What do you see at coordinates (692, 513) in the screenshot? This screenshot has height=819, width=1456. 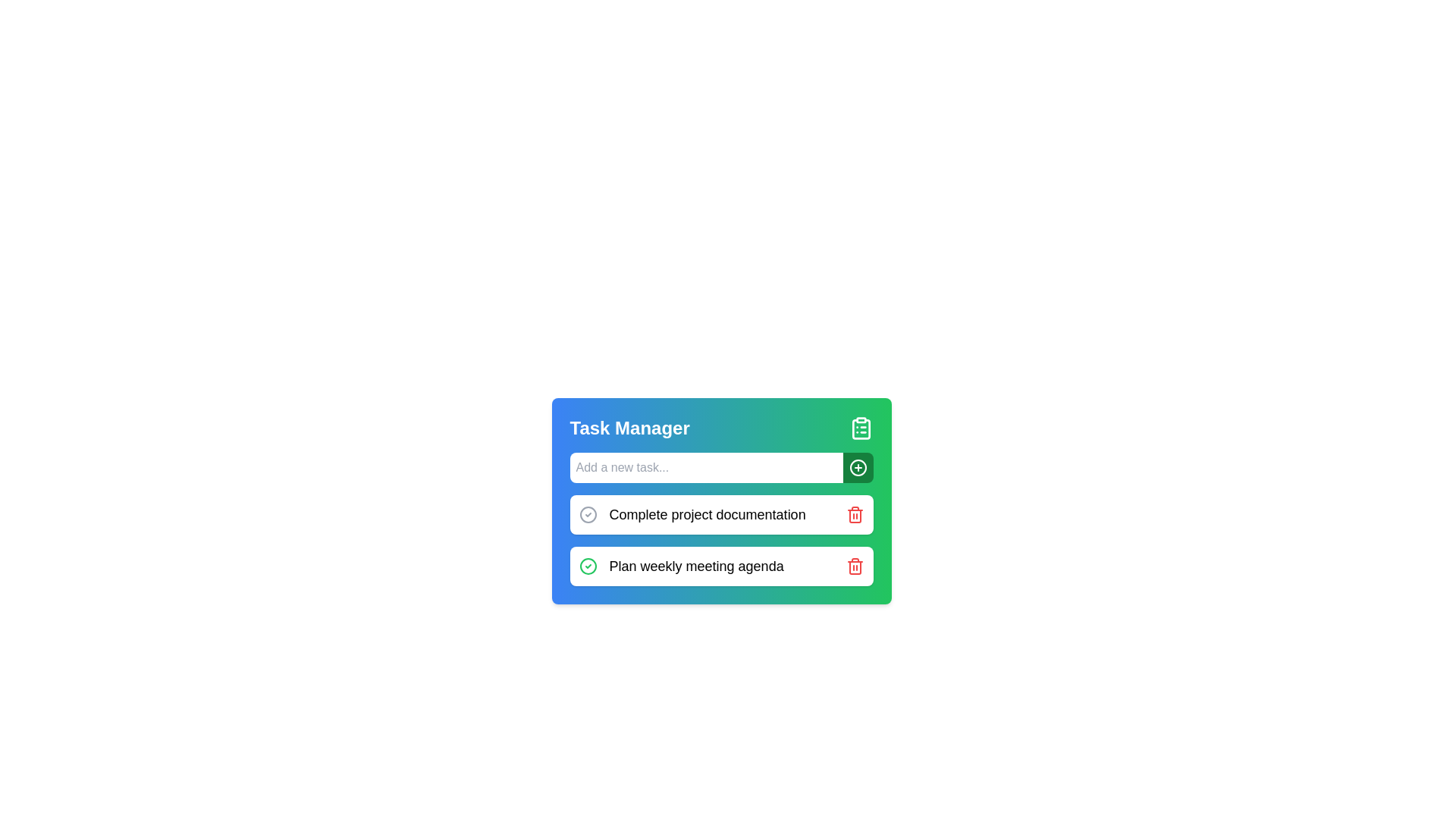 I see `the text label 'Complete project documentation' which is styled in a bold font and is the first item in the task management interface list` at bounding box center [692, 513].